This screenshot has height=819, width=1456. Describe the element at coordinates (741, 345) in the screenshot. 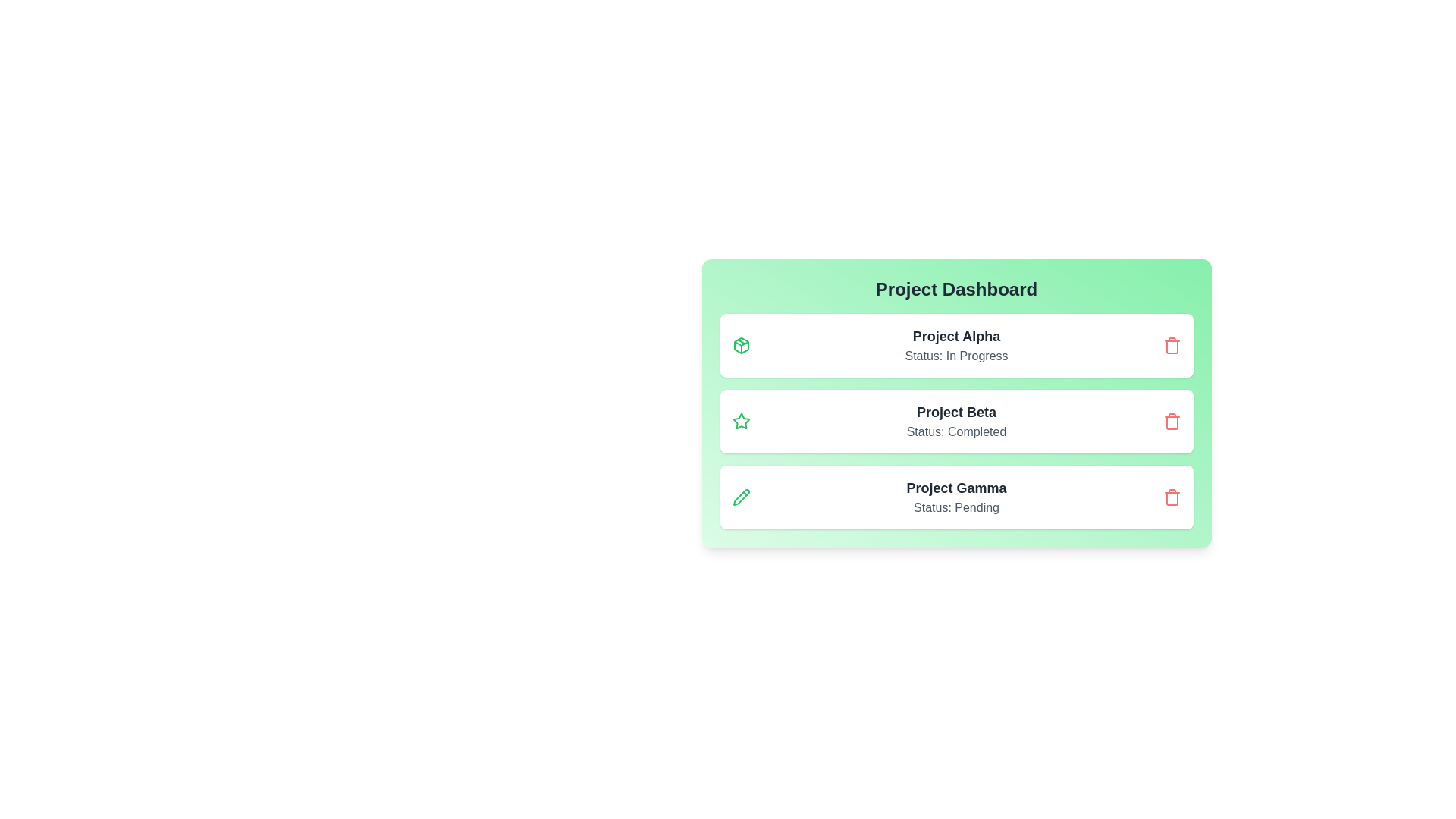

I see `the icon associated with Project Alpha` at that location.